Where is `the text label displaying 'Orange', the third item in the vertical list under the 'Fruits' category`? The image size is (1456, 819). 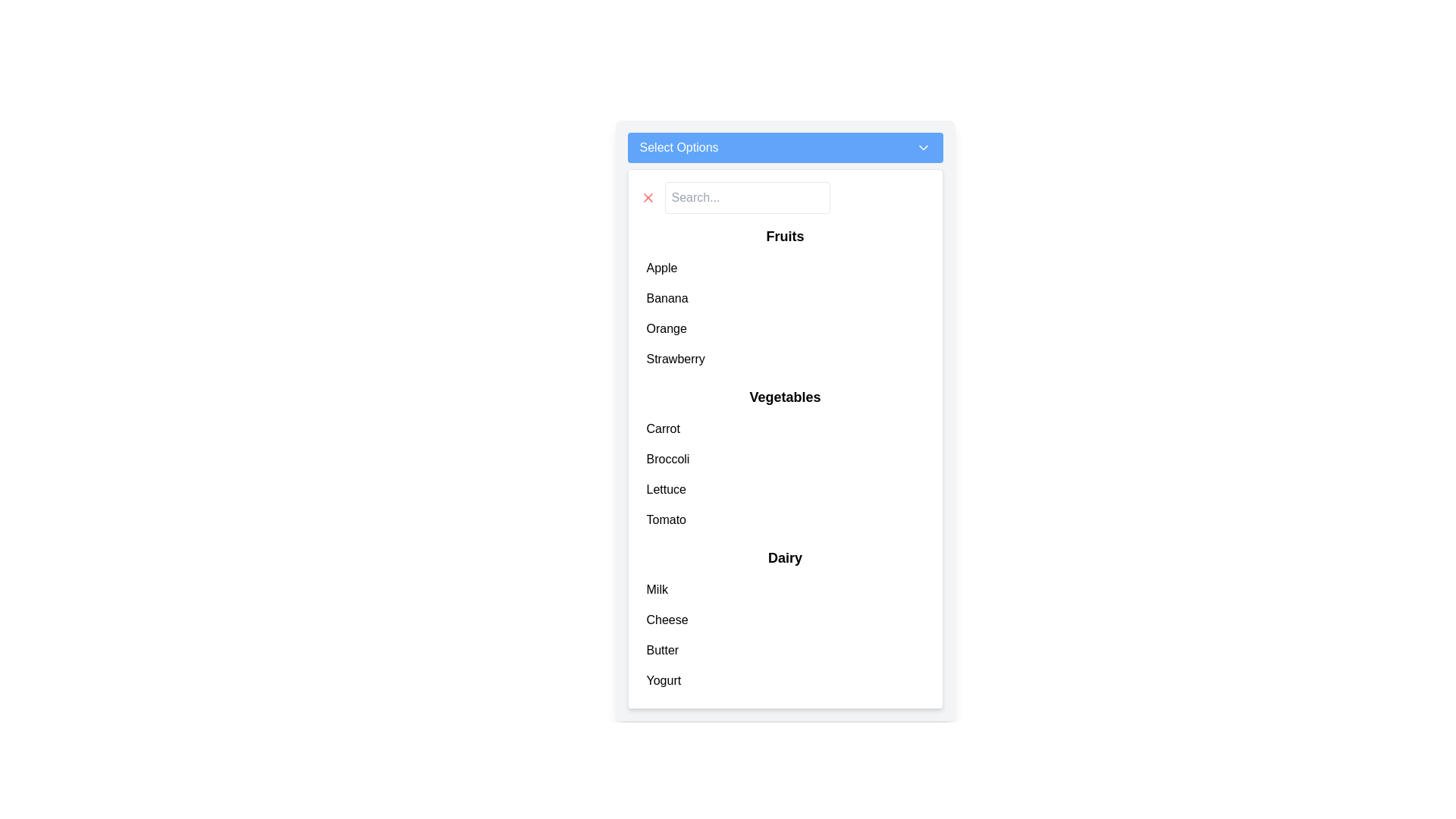 the text label displaying 'Orange', the third item in the vertical list under the 'Fruits' category is located at coordinates (667, 328).